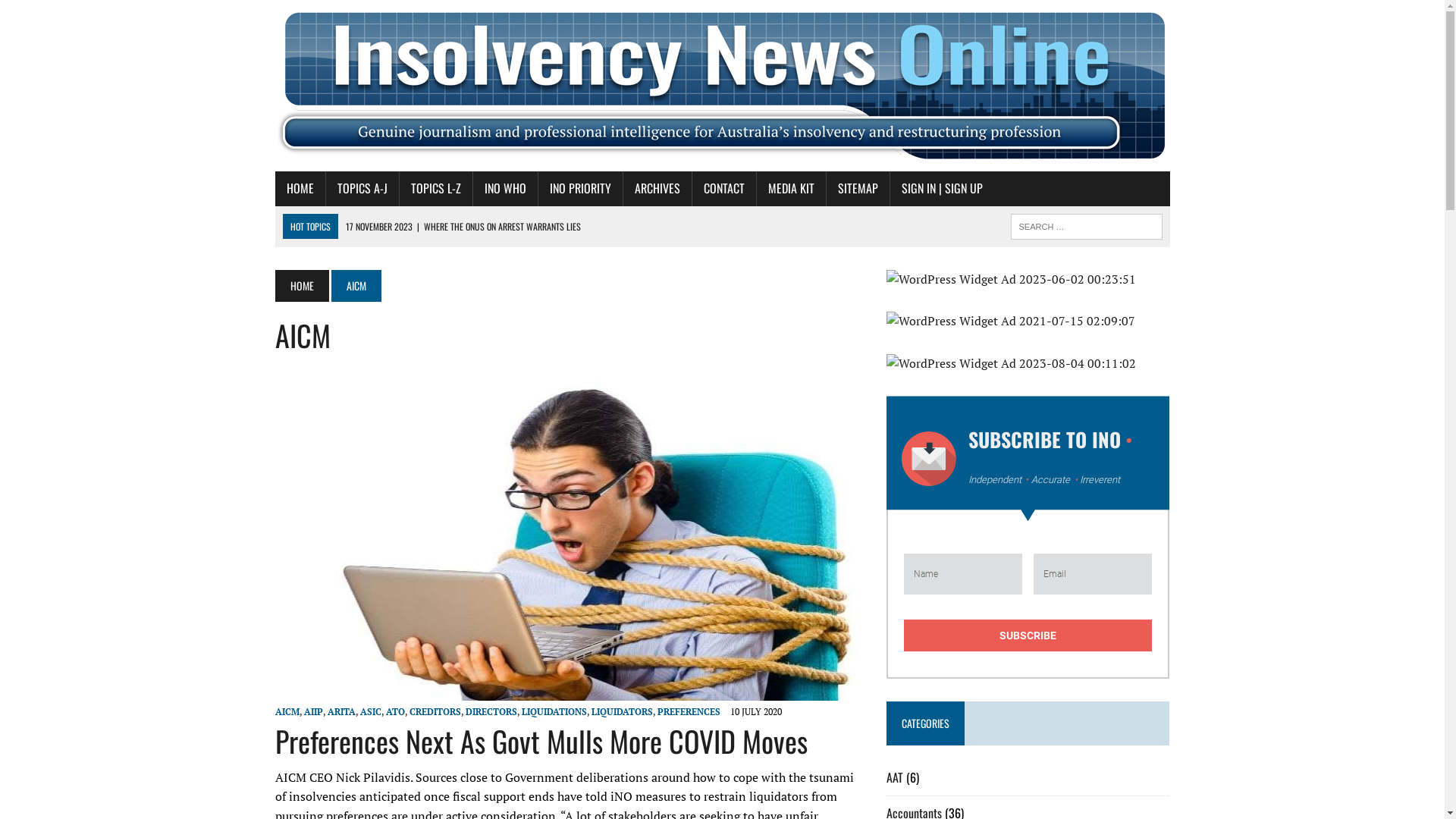 The height and width of the screenshot is (819, 1456). Describe the element at coordinates (340, 711) in the screenshot. I see `'ARITA'` at that location.